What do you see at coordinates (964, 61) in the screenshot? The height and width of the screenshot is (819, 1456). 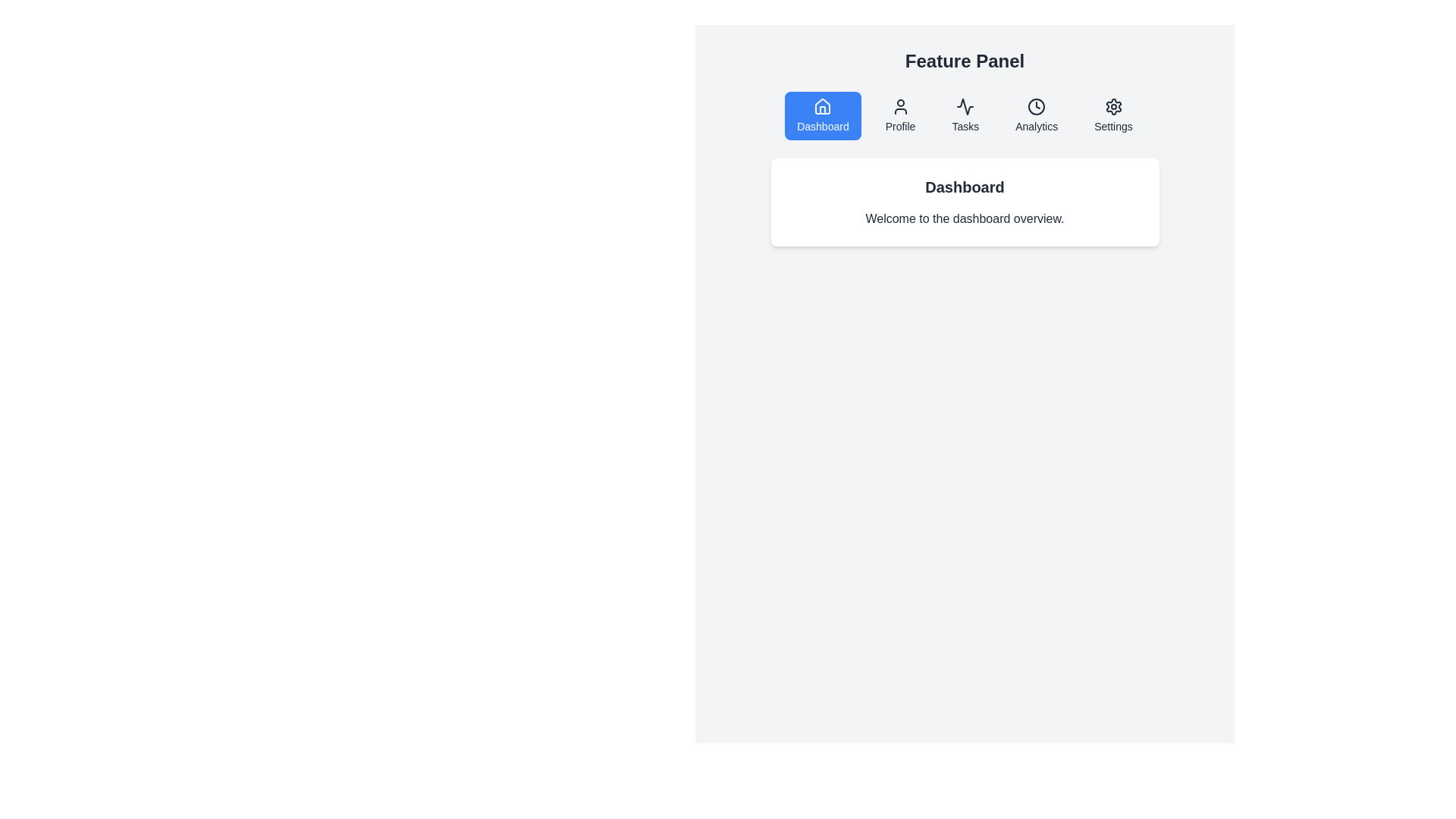 I see `text of the heading element that indicates the user is viewing the 'Feature Panel', positioned at the top center of the interface above the navigation bar` at bounding box center [964, 61].